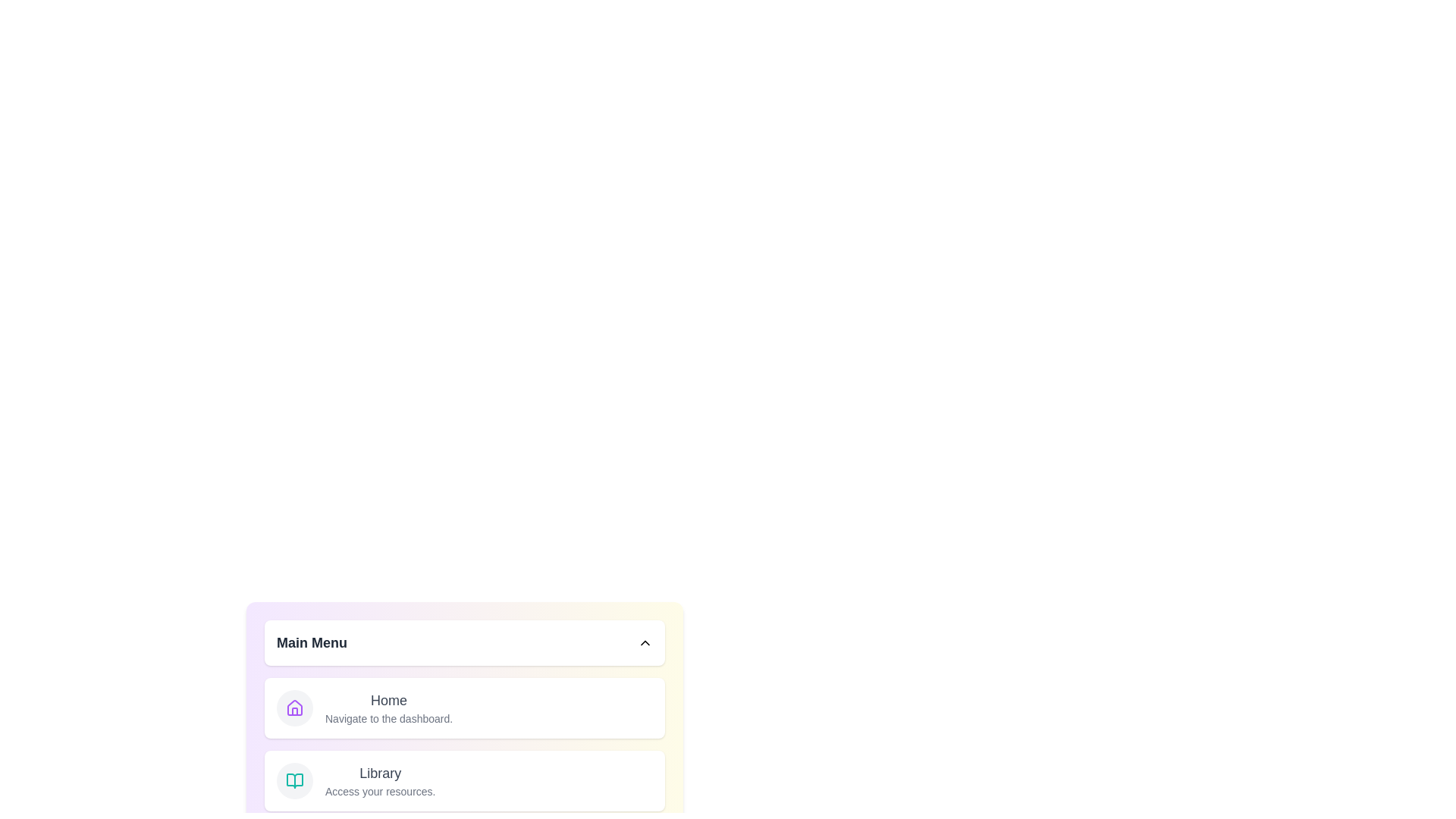 This screenshot has width=1456, height=819. What do you see at coordinates (464, 643) in the screenshot?
I see `the 'Main Menu' button to toggle the menu visibility` at bounding box center [464, 643].